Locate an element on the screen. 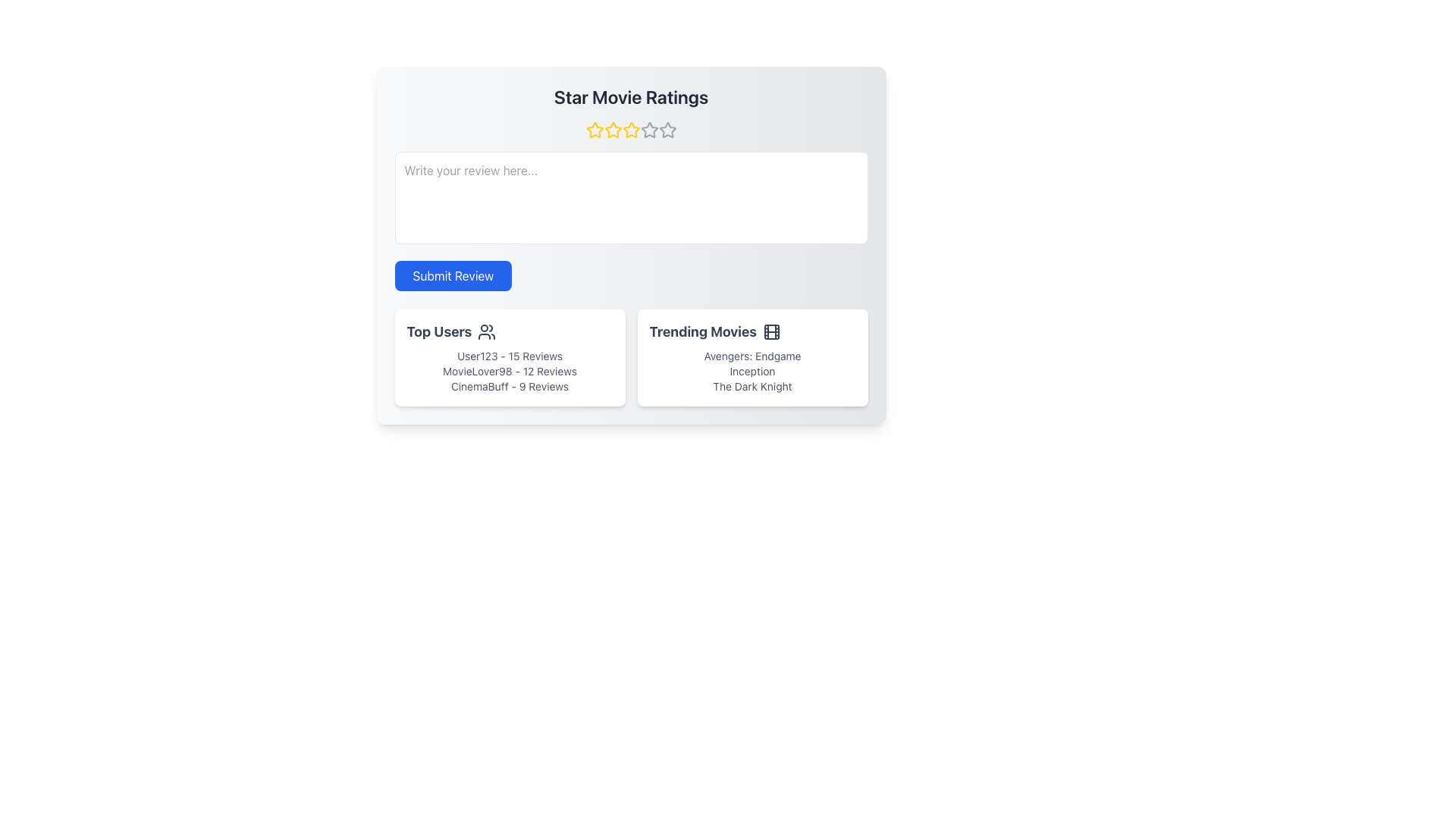 This screenshot has height=819, width=1456. the decorative film frame icon located centrally in the 'Trending Movies' section of the layout is located at coordinates (771, 331).